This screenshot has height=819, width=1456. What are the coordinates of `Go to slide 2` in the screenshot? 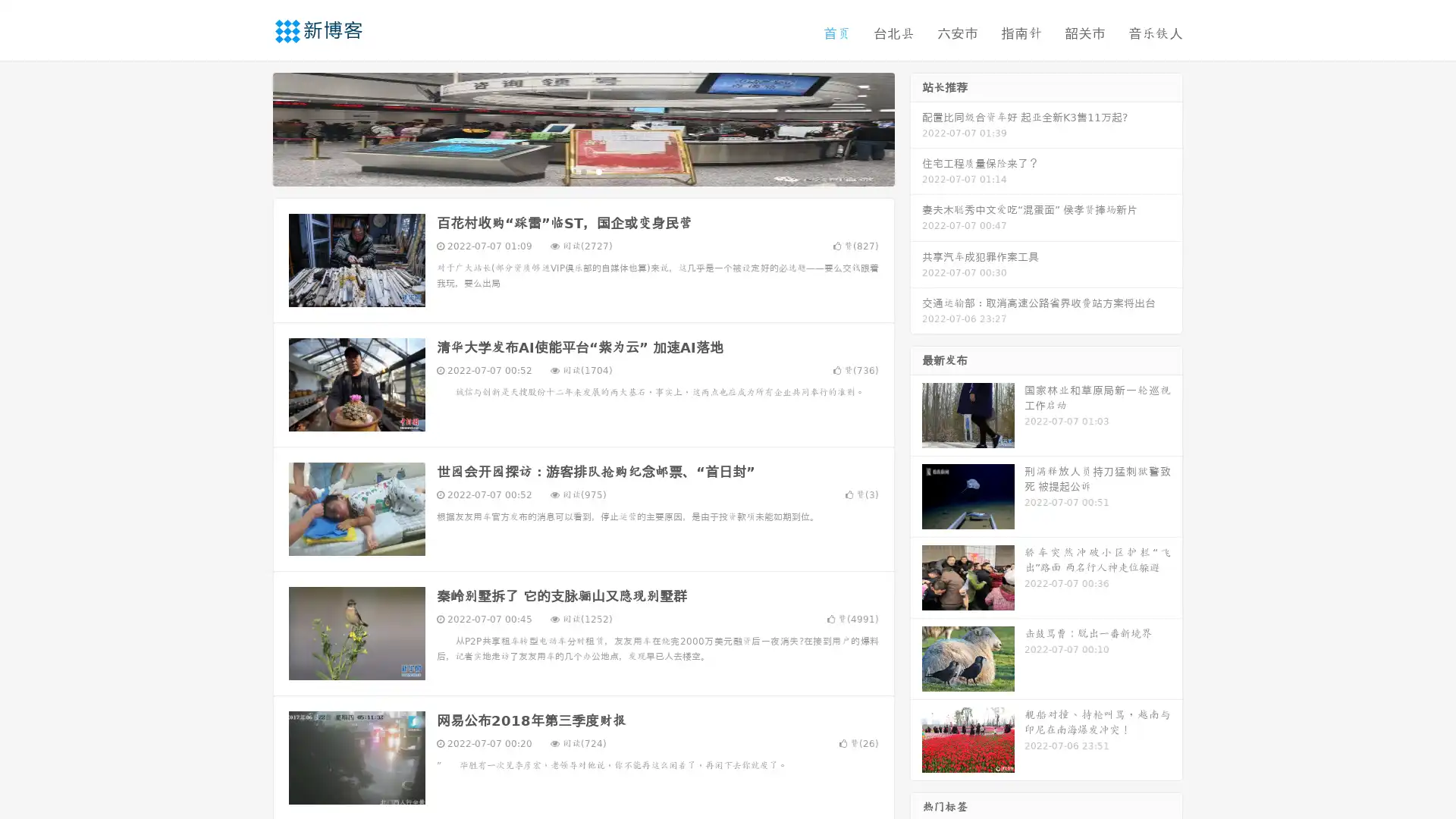 It's located at (582, 171).